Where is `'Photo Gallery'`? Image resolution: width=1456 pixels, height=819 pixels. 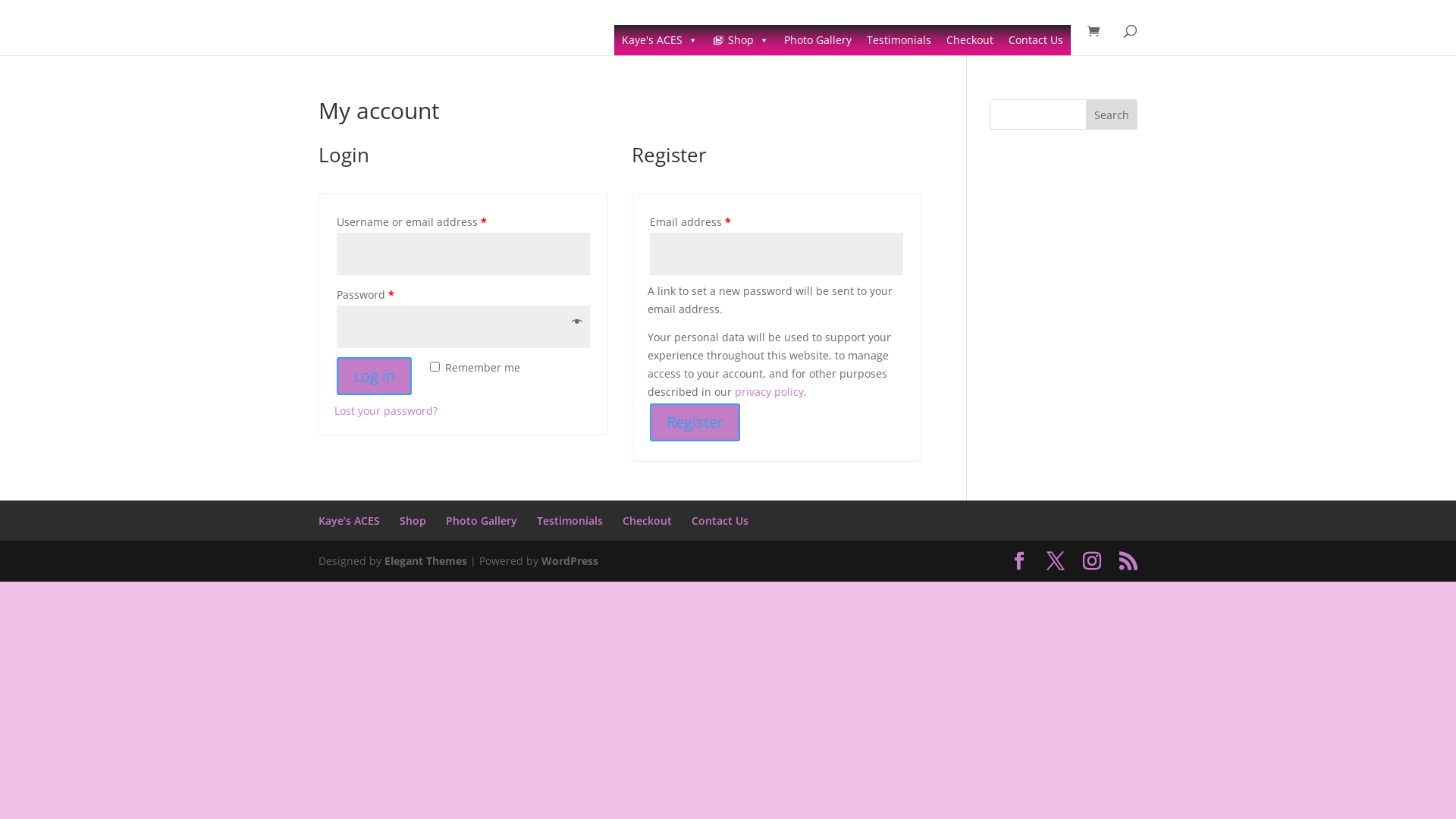 'Photo Gallery' is located at coordinates (817, 39).